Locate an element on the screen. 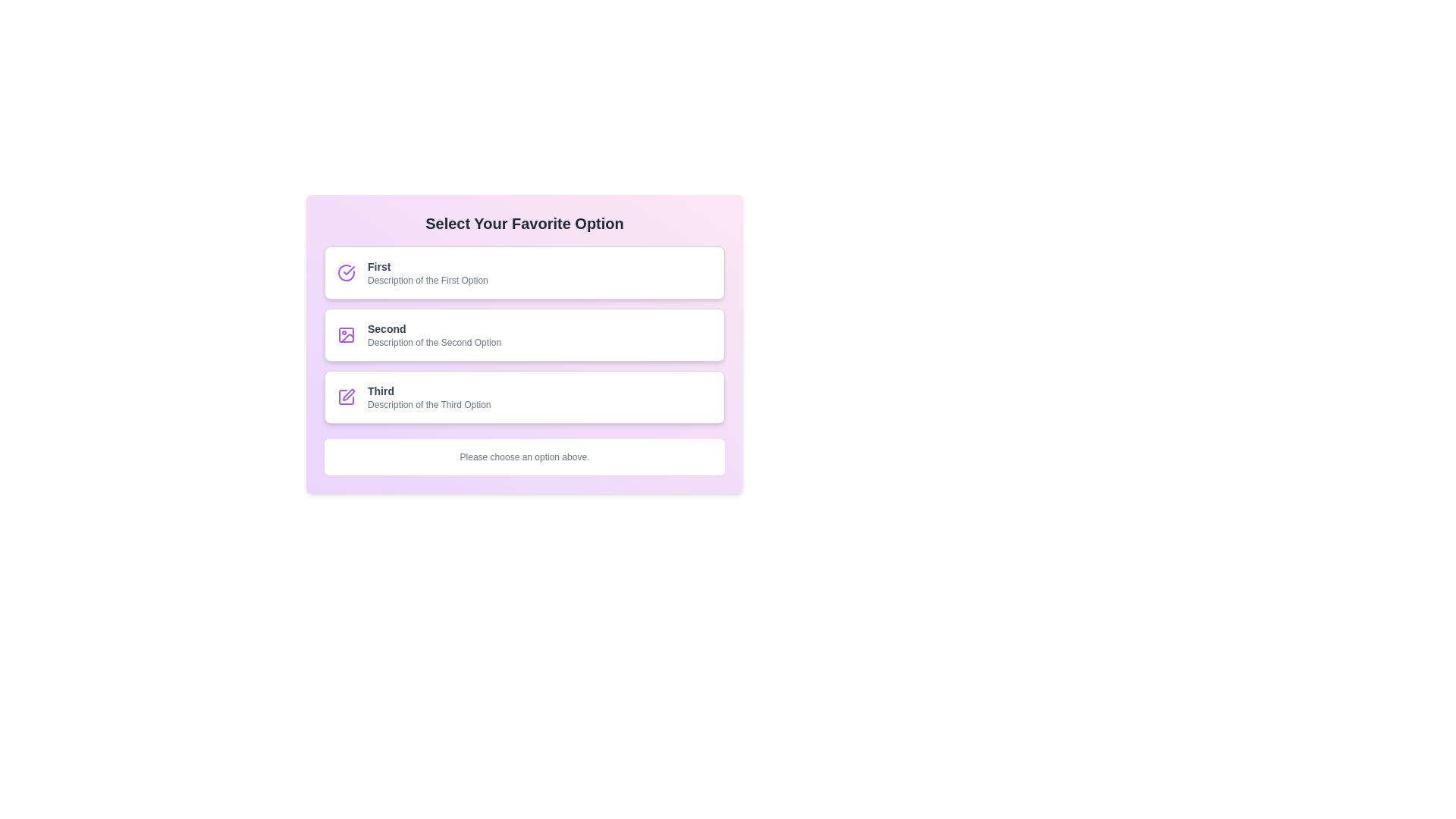  the text label 'Description of the Third Option', which is styled in a small, gray-colored font and located below the bold text 'Third' within the third box of selectable options is located at coordinates (428, 403).